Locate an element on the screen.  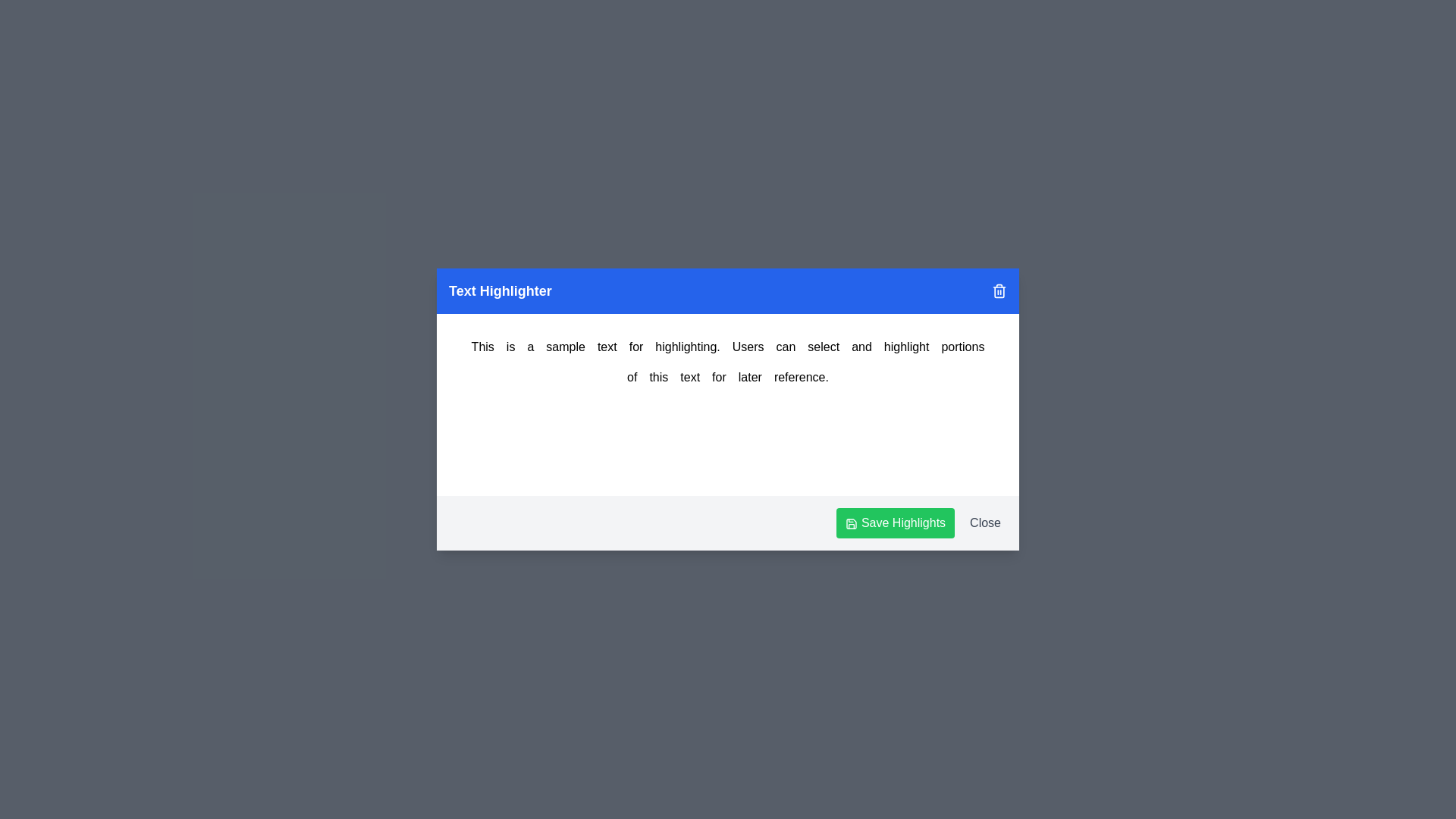
the word 'this' by clicking on it is located at coordinates (658, 376).